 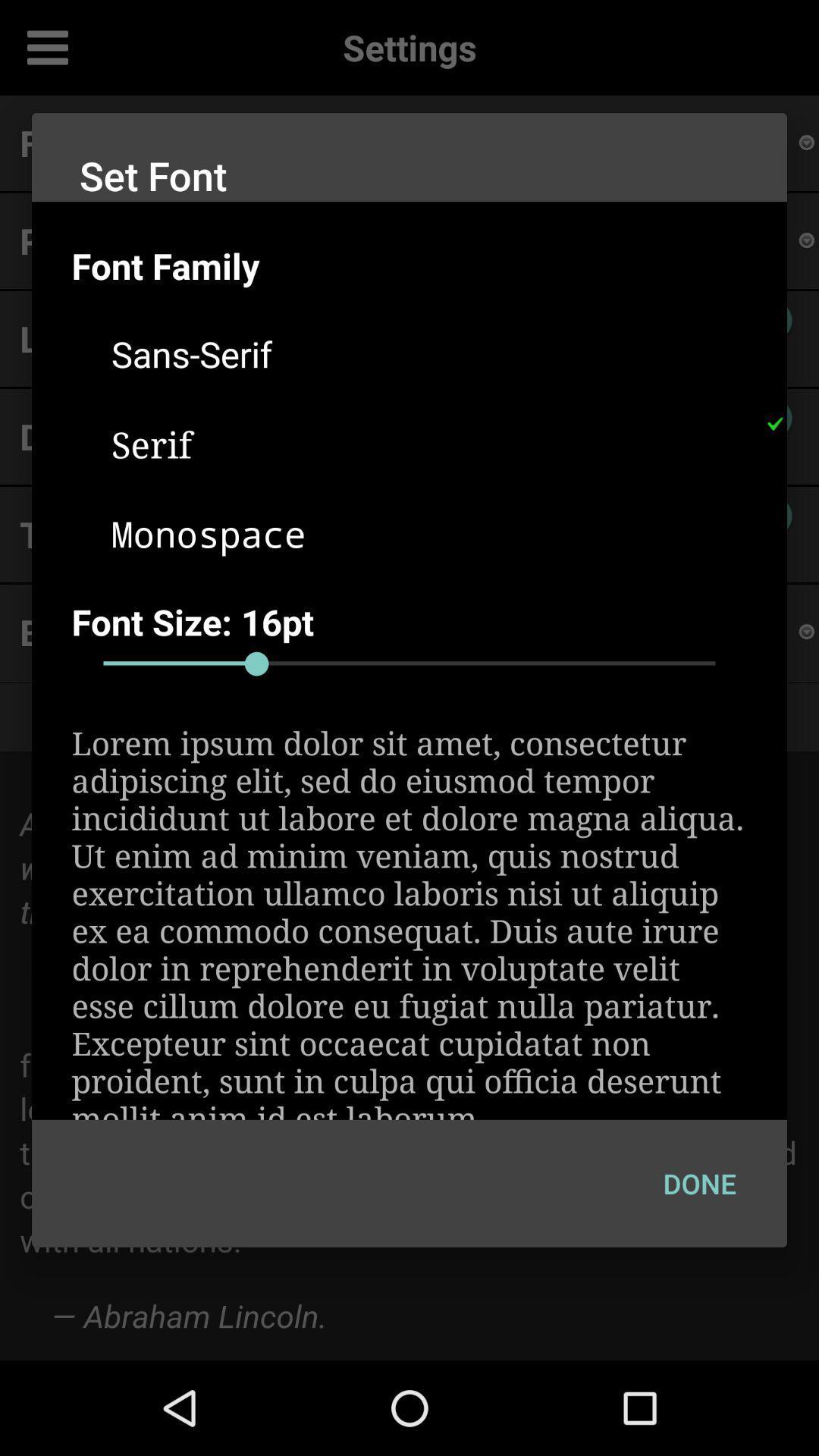 What do you see at coordinates (409, 664) in the screenshot?
I see `adjust font size` at bounding box center [409, 664].